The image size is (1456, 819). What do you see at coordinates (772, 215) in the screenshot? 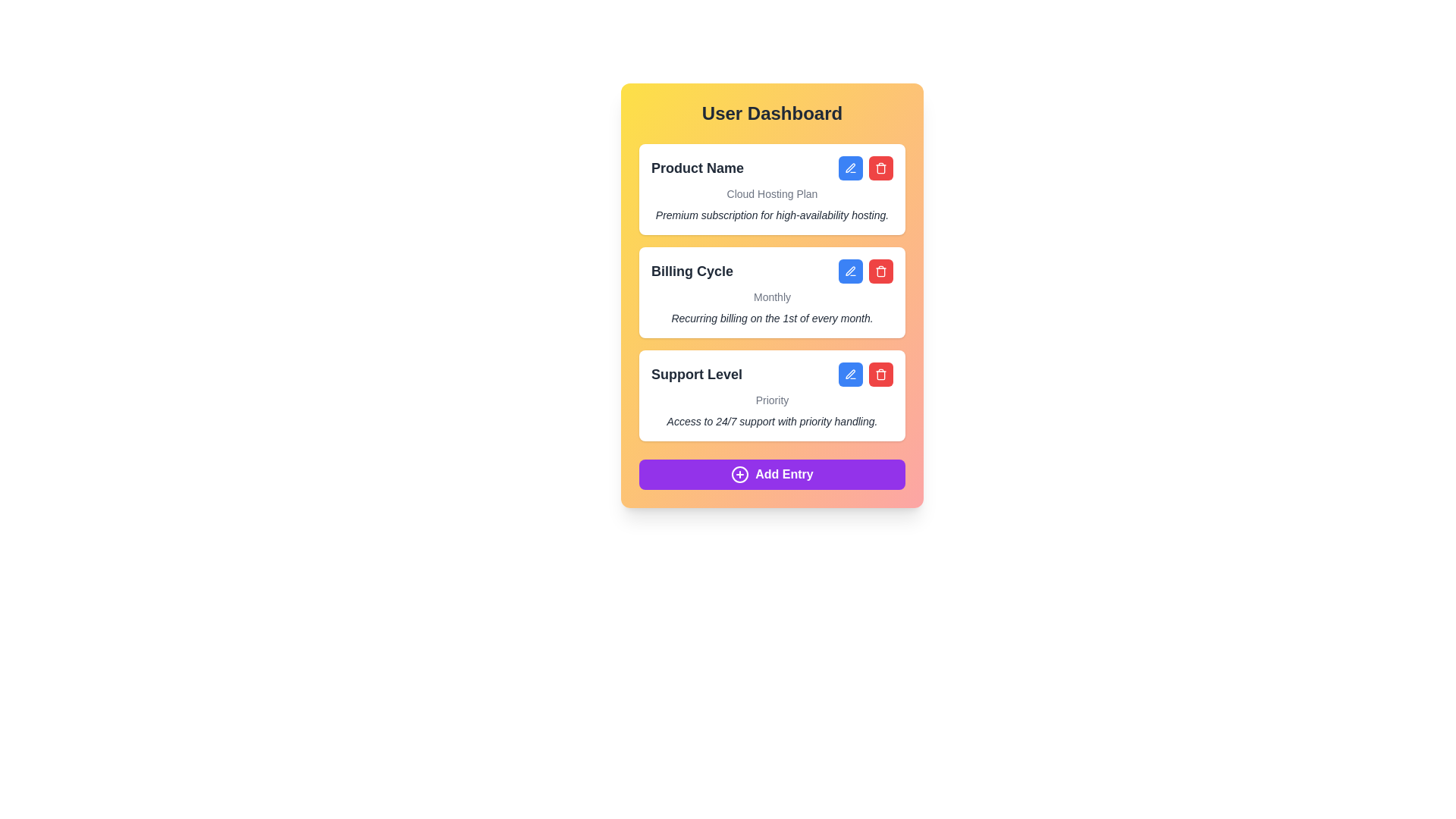
I see `the Static Text element that provides descriptive information about the associated subscription plan, which is positioned below the 'Cloud Hosting Plan' element` at bounding box center [772, 215].